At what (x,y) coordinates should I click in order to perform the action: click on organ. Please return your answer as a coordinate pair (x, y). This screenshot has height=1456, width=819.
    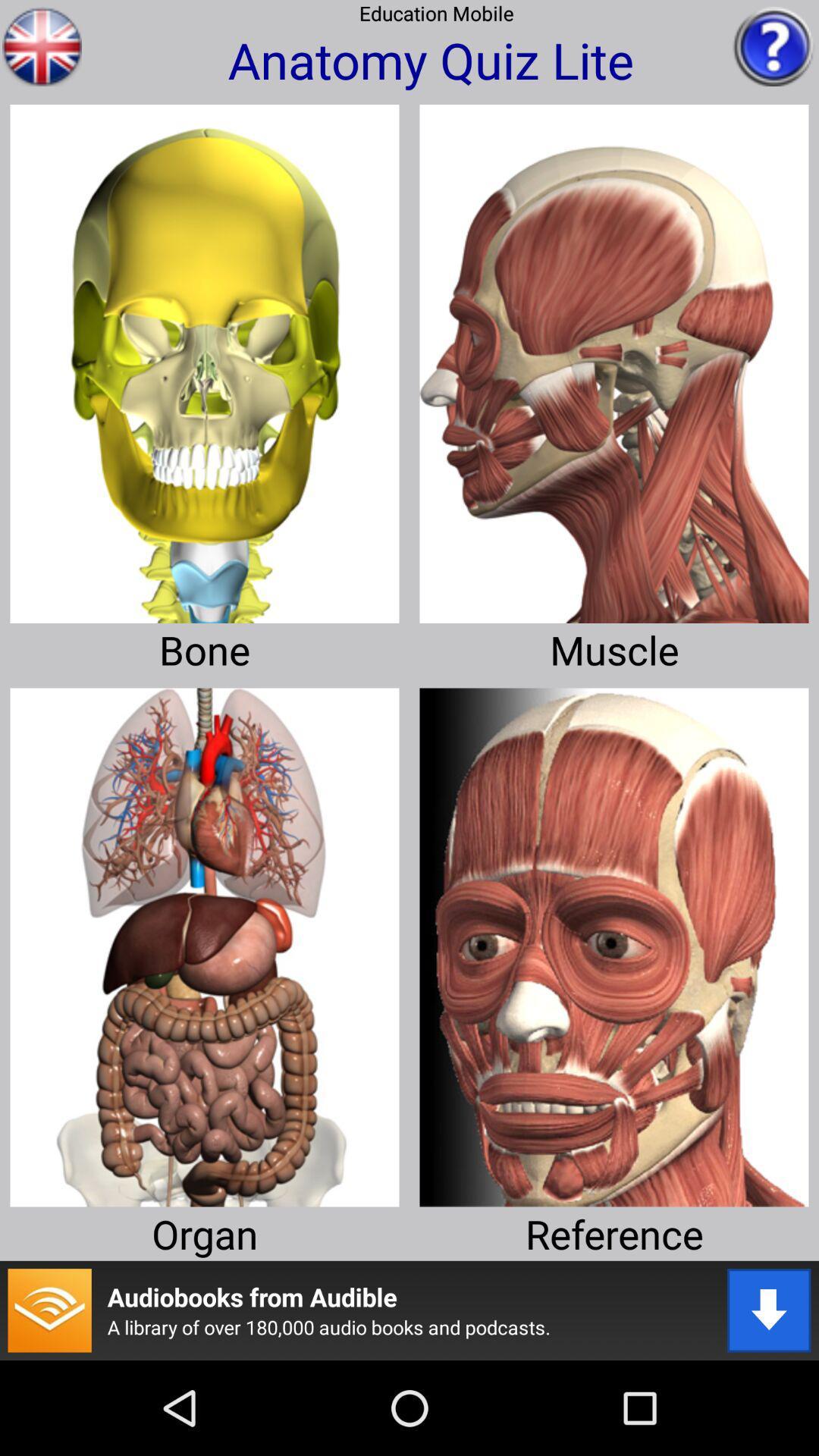
    Looking at the image, I should click on (205, 941).